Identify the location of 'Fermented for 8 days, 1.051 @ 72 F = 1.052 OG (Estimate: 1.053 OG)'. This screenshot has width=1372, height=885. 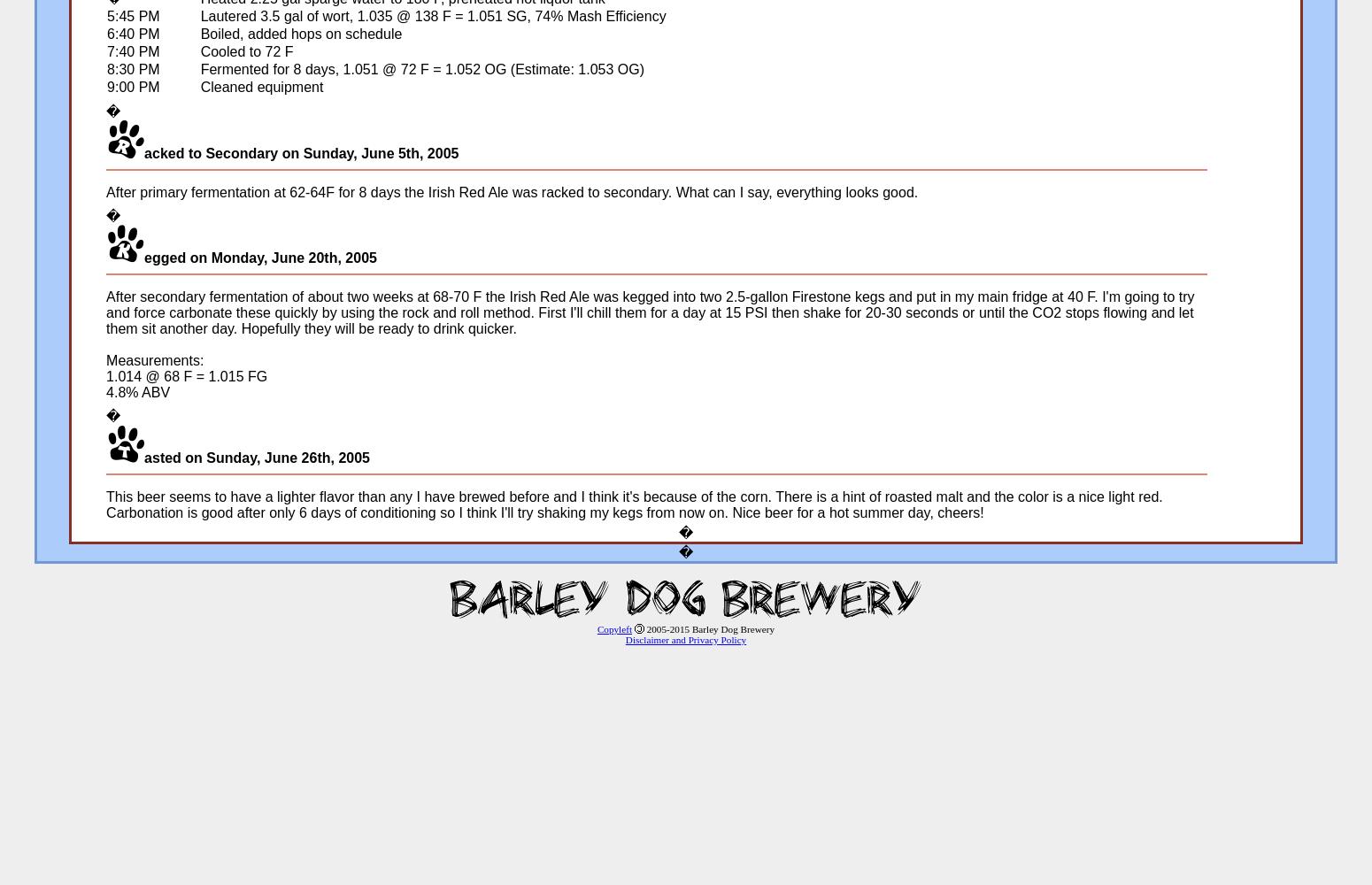
(420, 68).